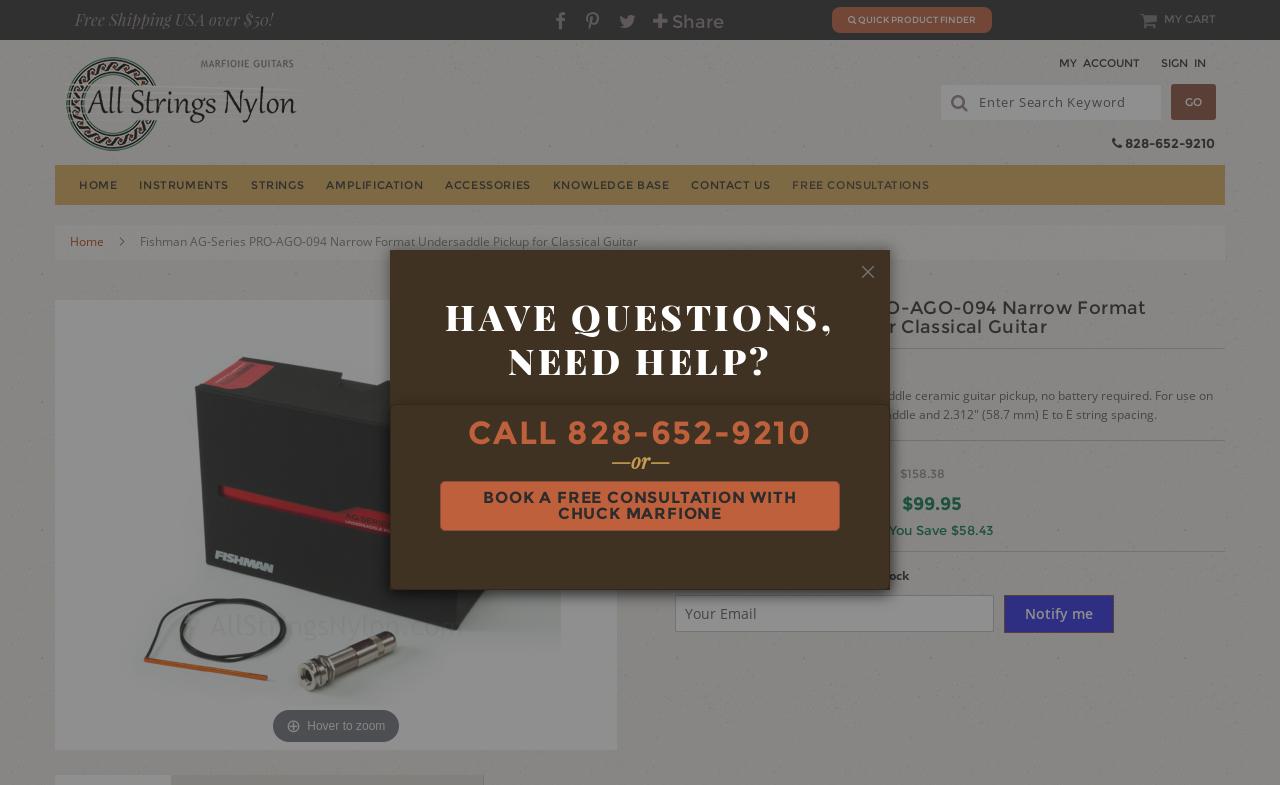 Image resolution: width=1280 pixels, height=785 pixels. I want to click on 'Renaissance Lute', so click(1032, 324).